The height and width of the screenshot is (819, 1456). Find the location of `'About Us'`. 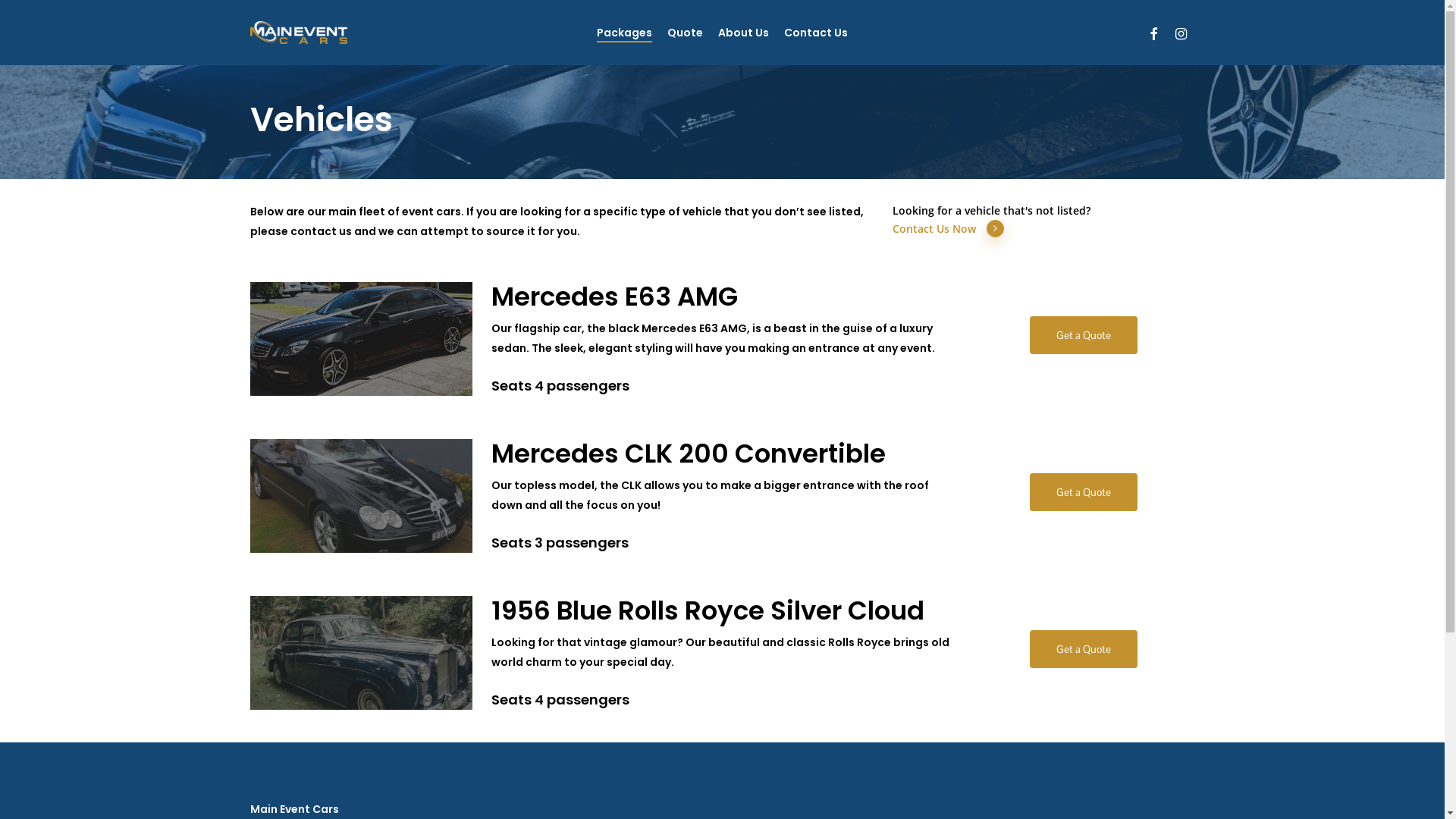

'About Us' is located at coordinates (743, 32).